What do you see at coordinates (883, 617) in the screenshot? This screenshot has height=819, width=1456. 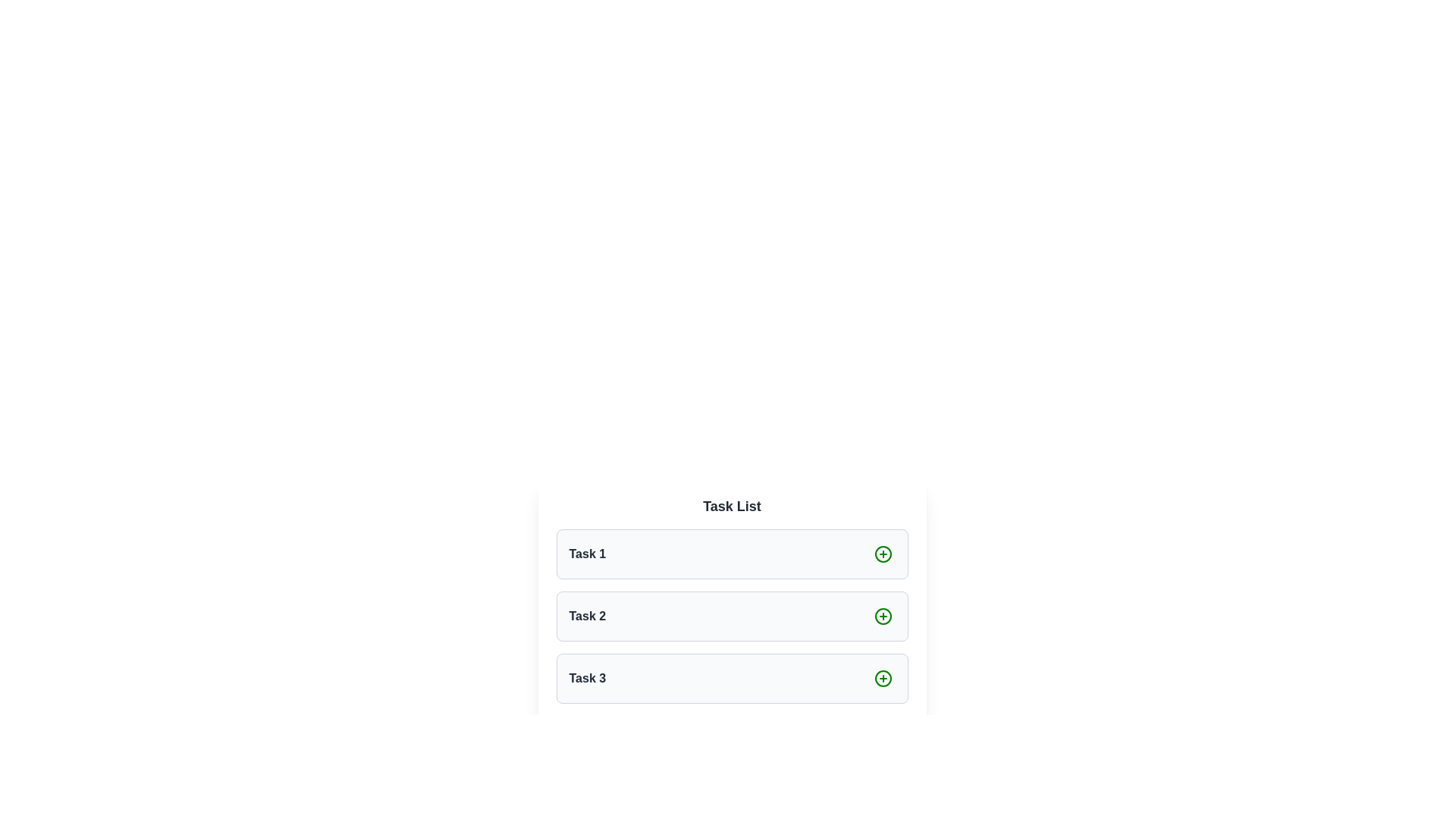 I see `the button located to the far right of the second task item` at bounding box center [883, 617].